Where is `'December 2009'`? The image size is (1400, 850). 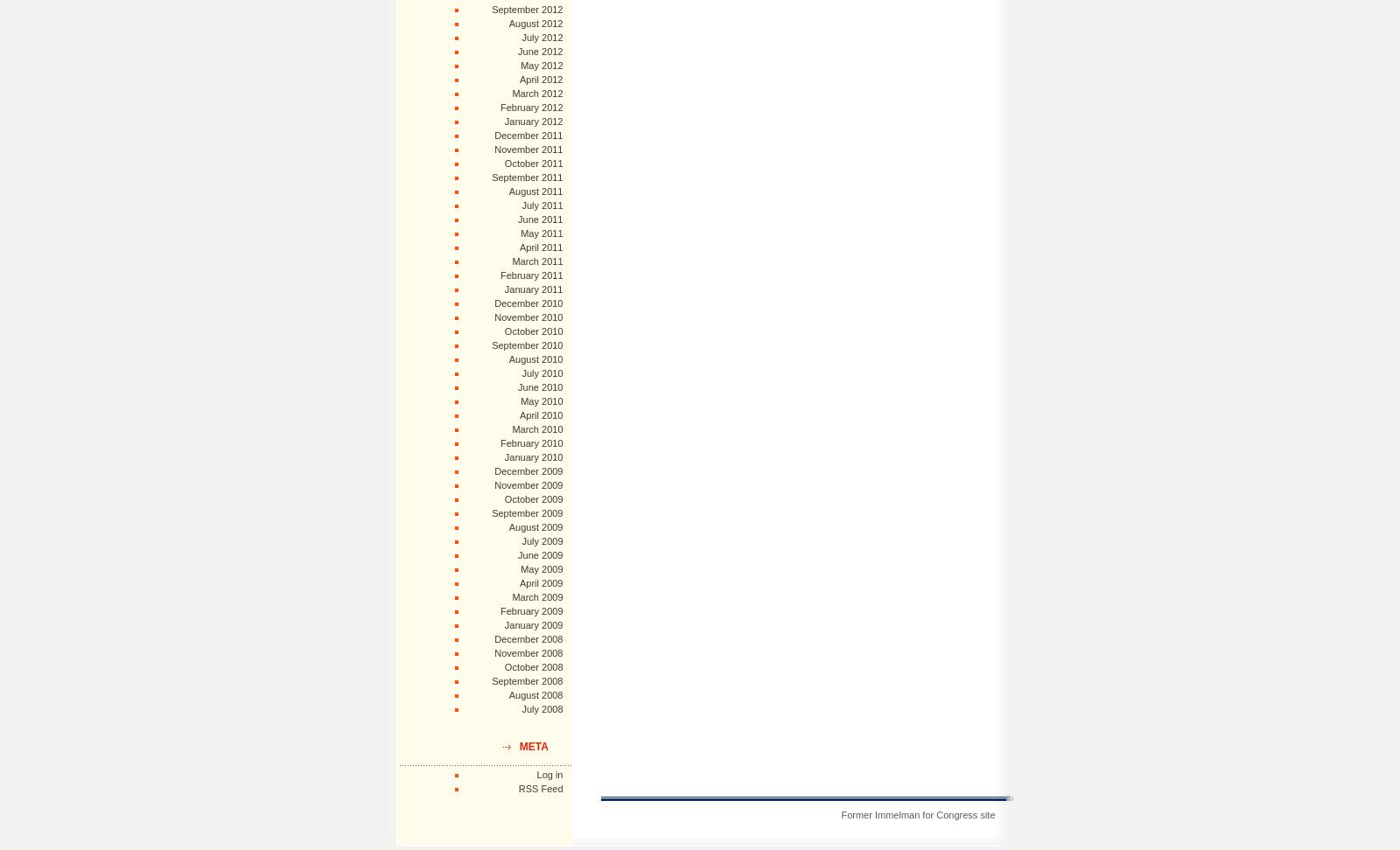
'December 2009' is located at coordinates (528, 470).